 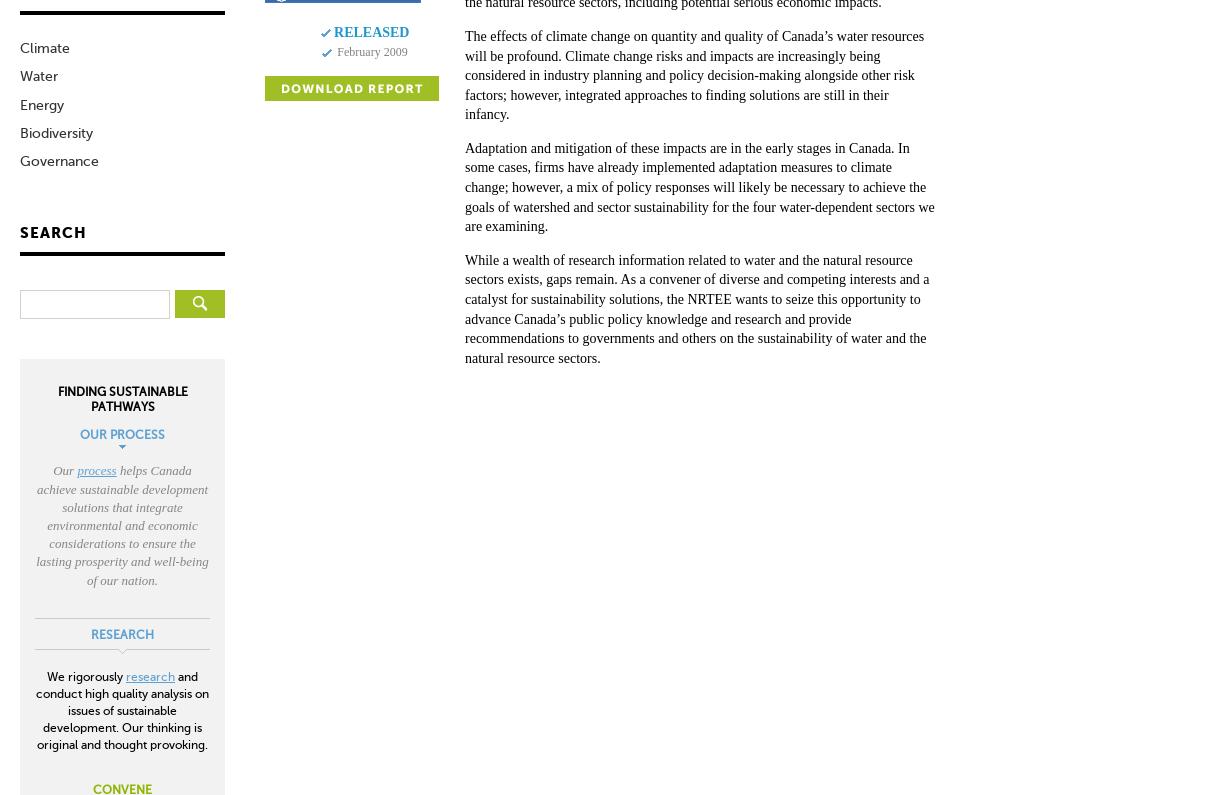 I want to click on 'Energy', so click(x=41, y=104).